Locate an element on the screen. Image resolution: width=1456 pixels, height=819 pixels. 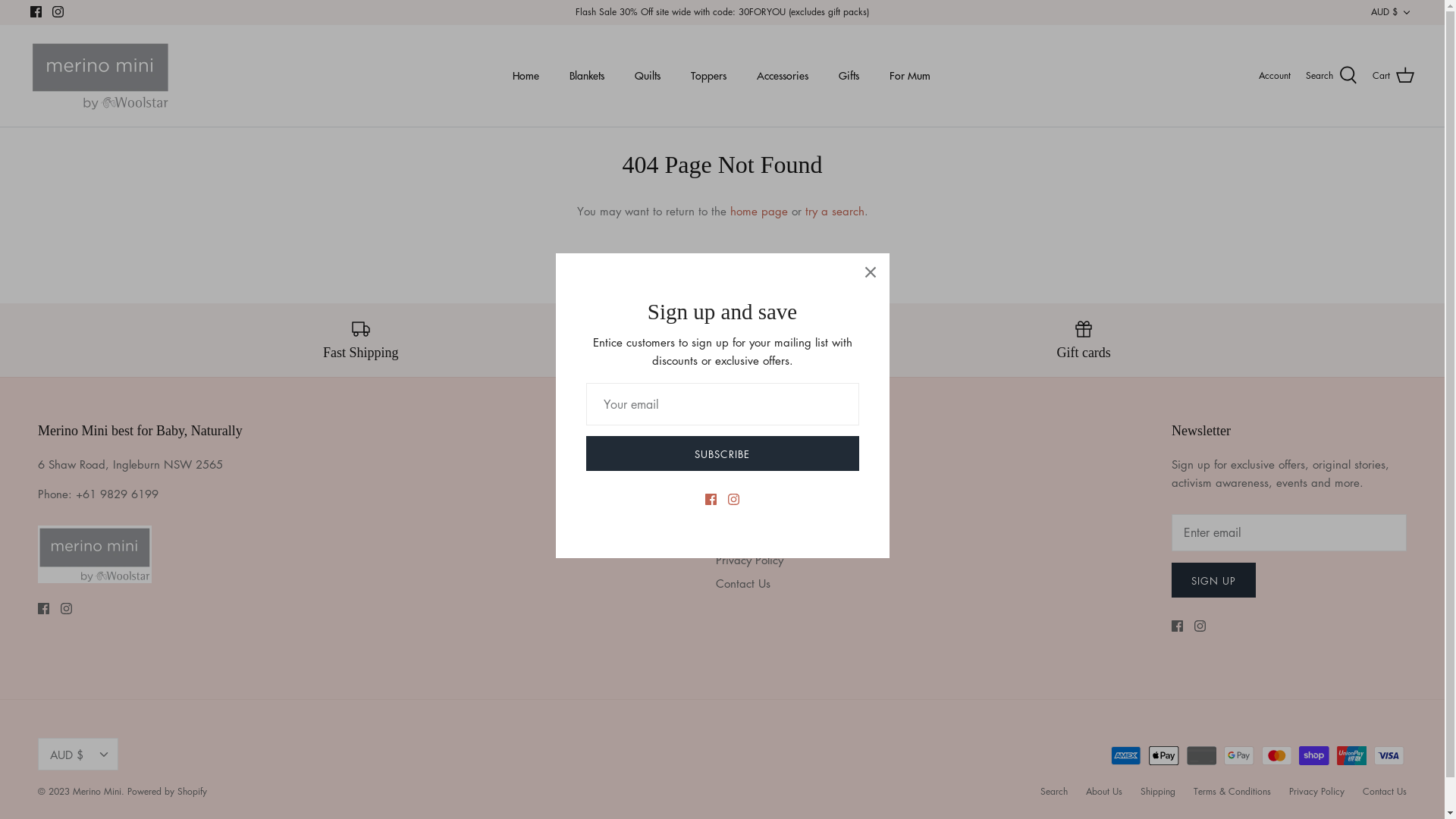
'home page' is located at coordinates (758, 210).